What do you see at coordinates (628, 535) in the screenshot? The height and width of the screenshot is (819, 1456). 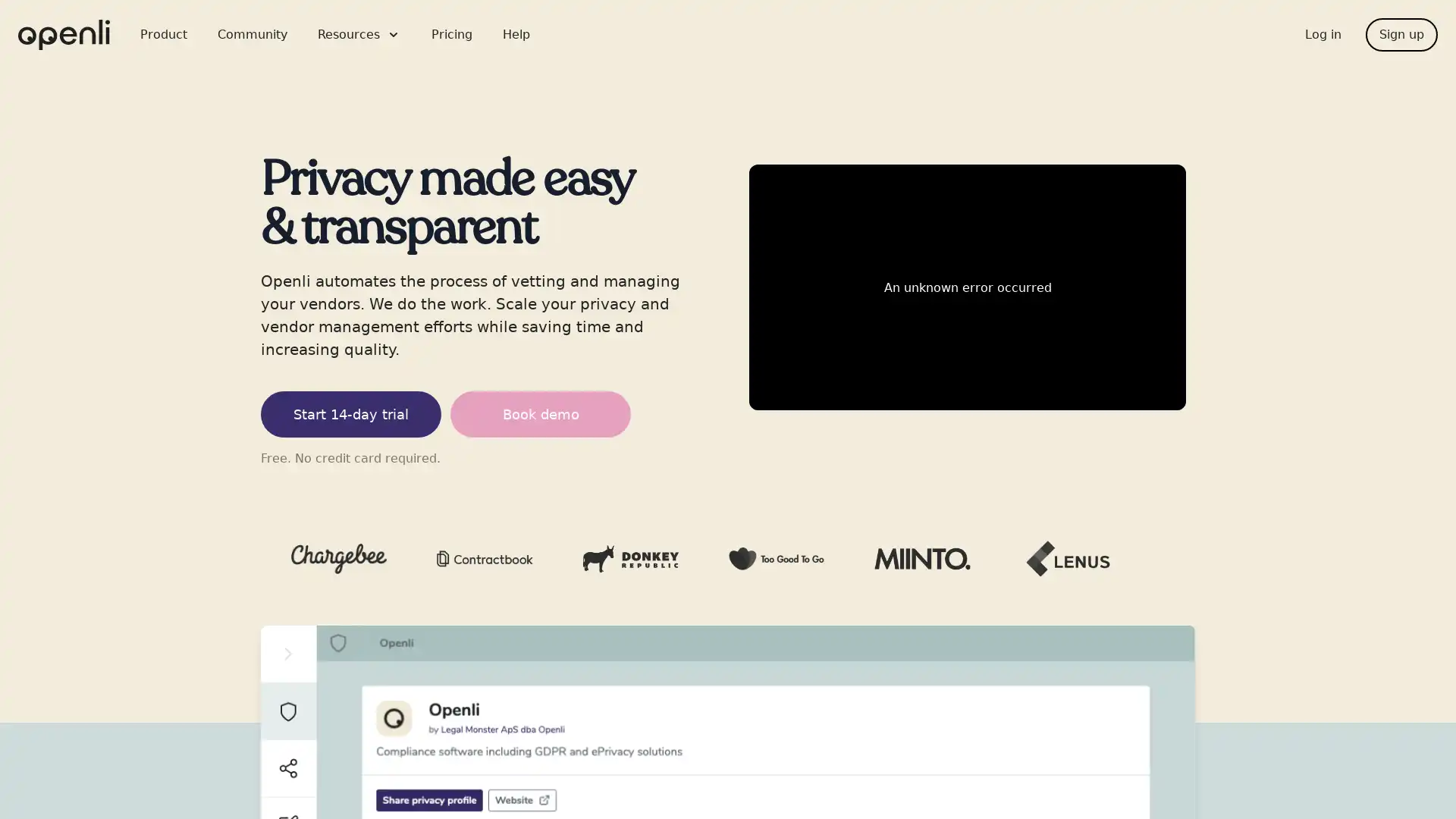 I see `Accept necessary` at bounding box center [628, 535].